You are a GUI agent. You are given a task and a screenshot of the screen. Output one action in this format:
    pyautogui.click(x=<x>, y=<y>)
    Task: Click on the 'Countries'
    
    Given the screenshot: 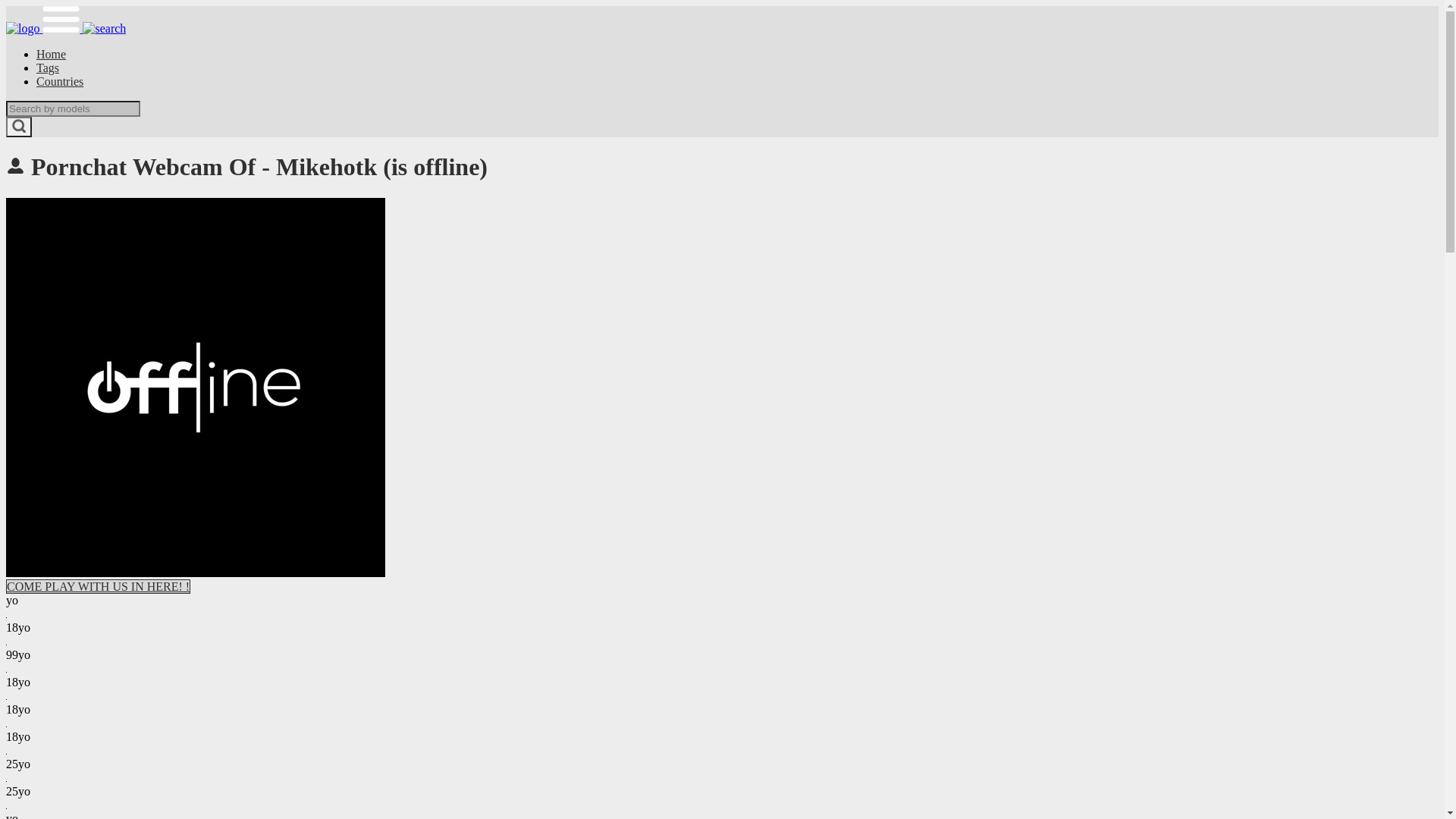 What is the action you would take?
    pyautogui.click(x=59, y=81)
    